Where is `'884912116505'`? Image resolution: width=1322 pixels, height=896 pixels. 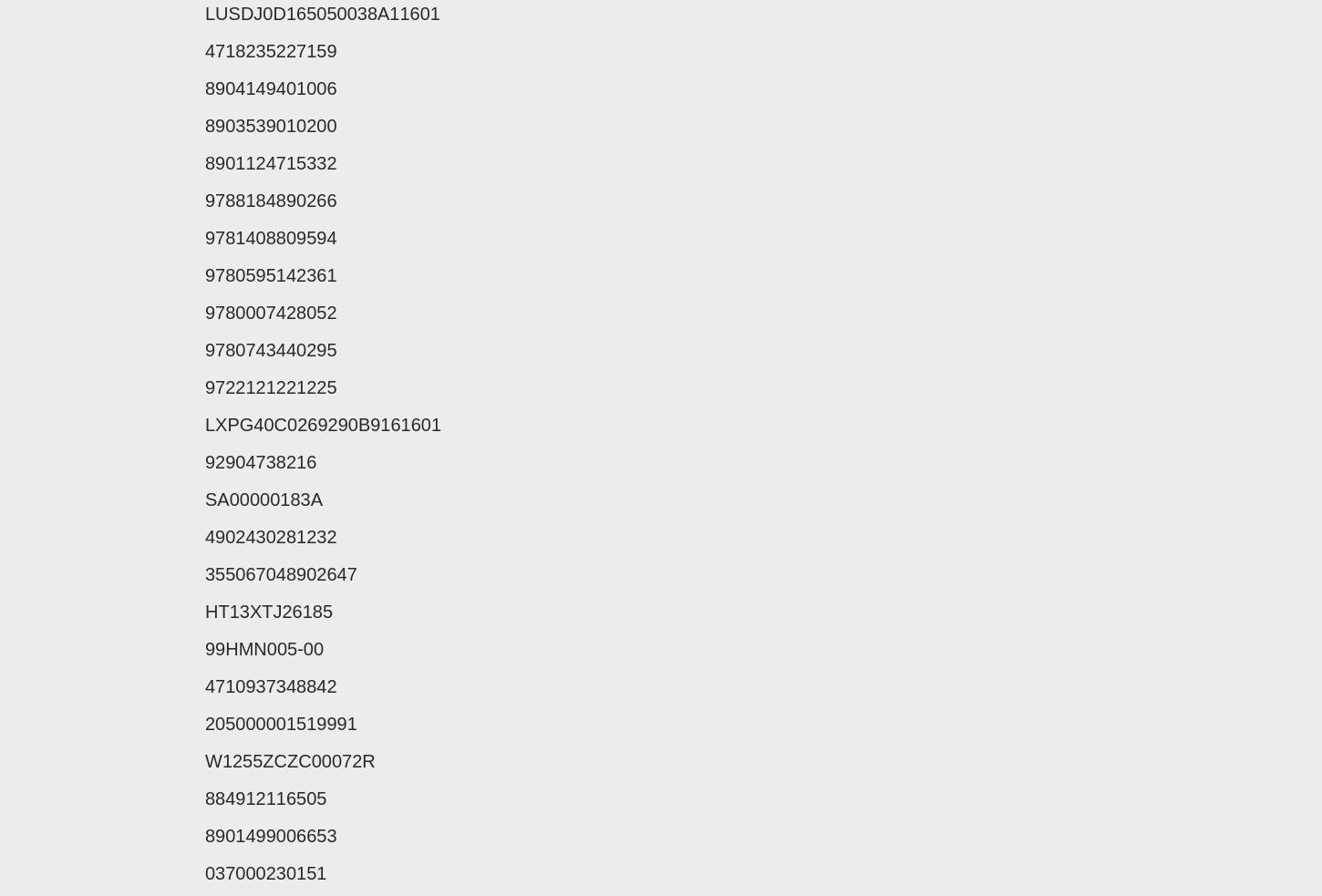
'884912116505' is located at coordinates (204, 798).